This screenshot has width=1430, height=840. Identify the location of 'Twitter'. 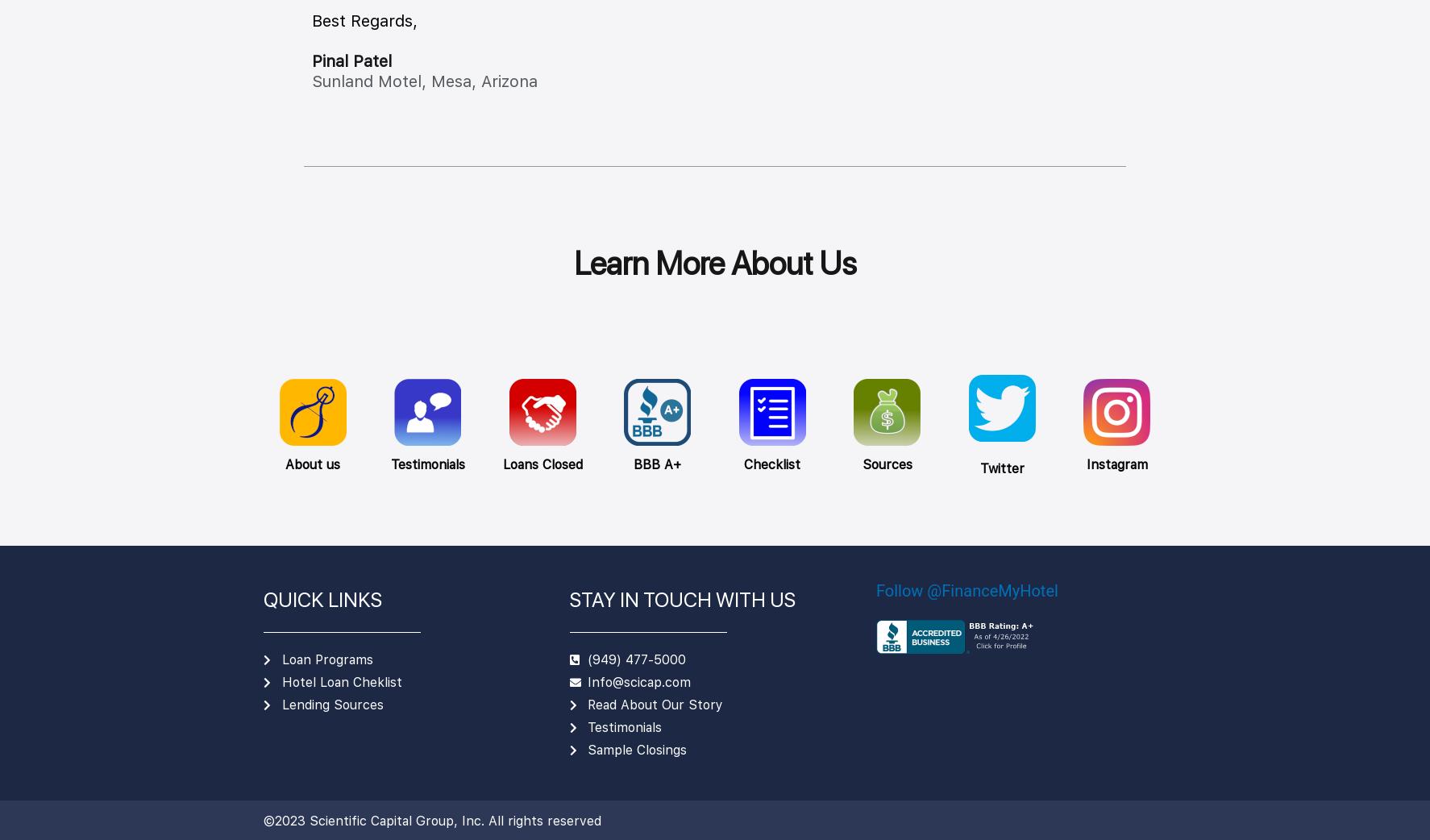
(1000, 467).